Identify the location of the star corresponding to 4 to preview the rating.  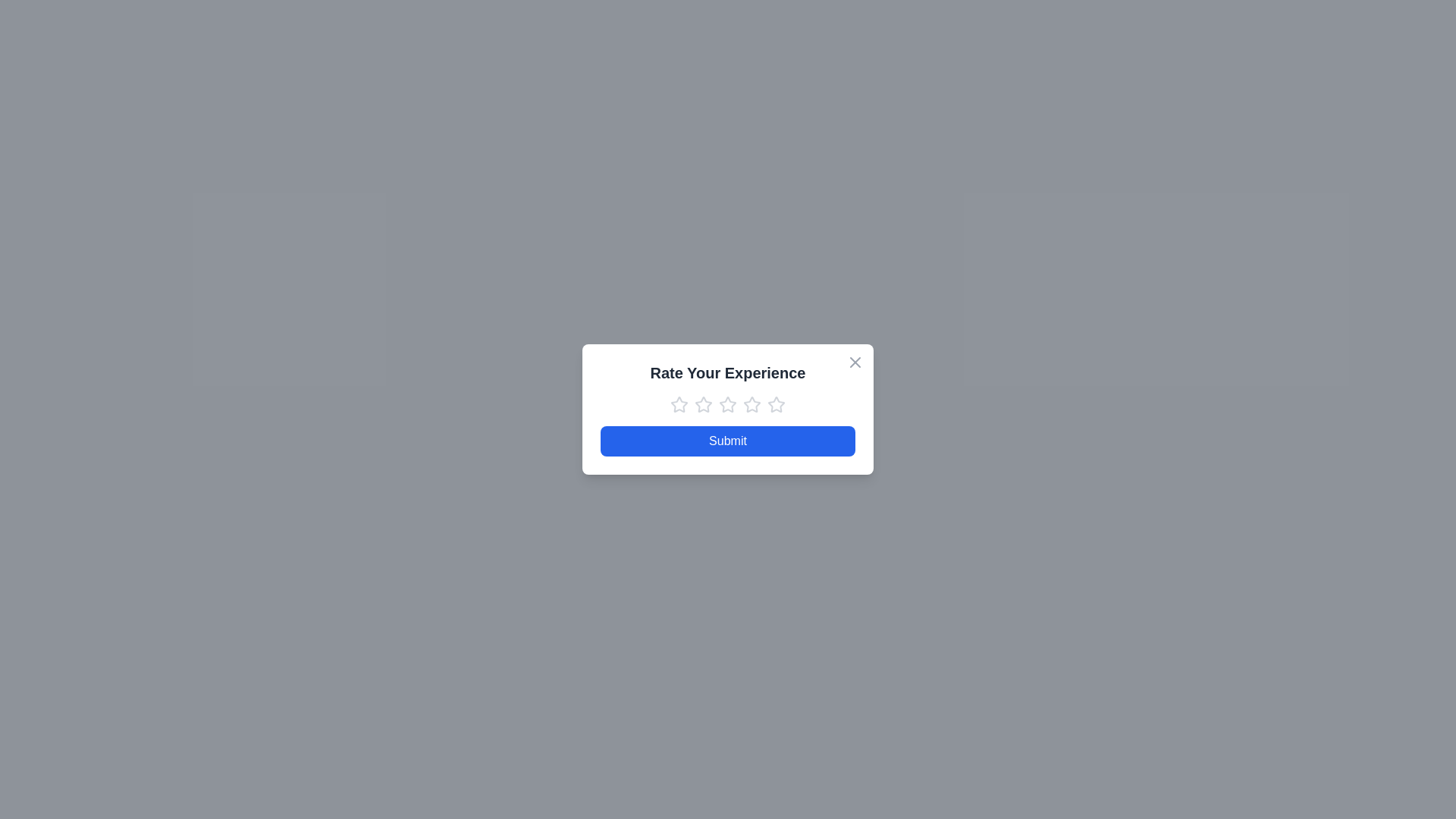
(752, 403).